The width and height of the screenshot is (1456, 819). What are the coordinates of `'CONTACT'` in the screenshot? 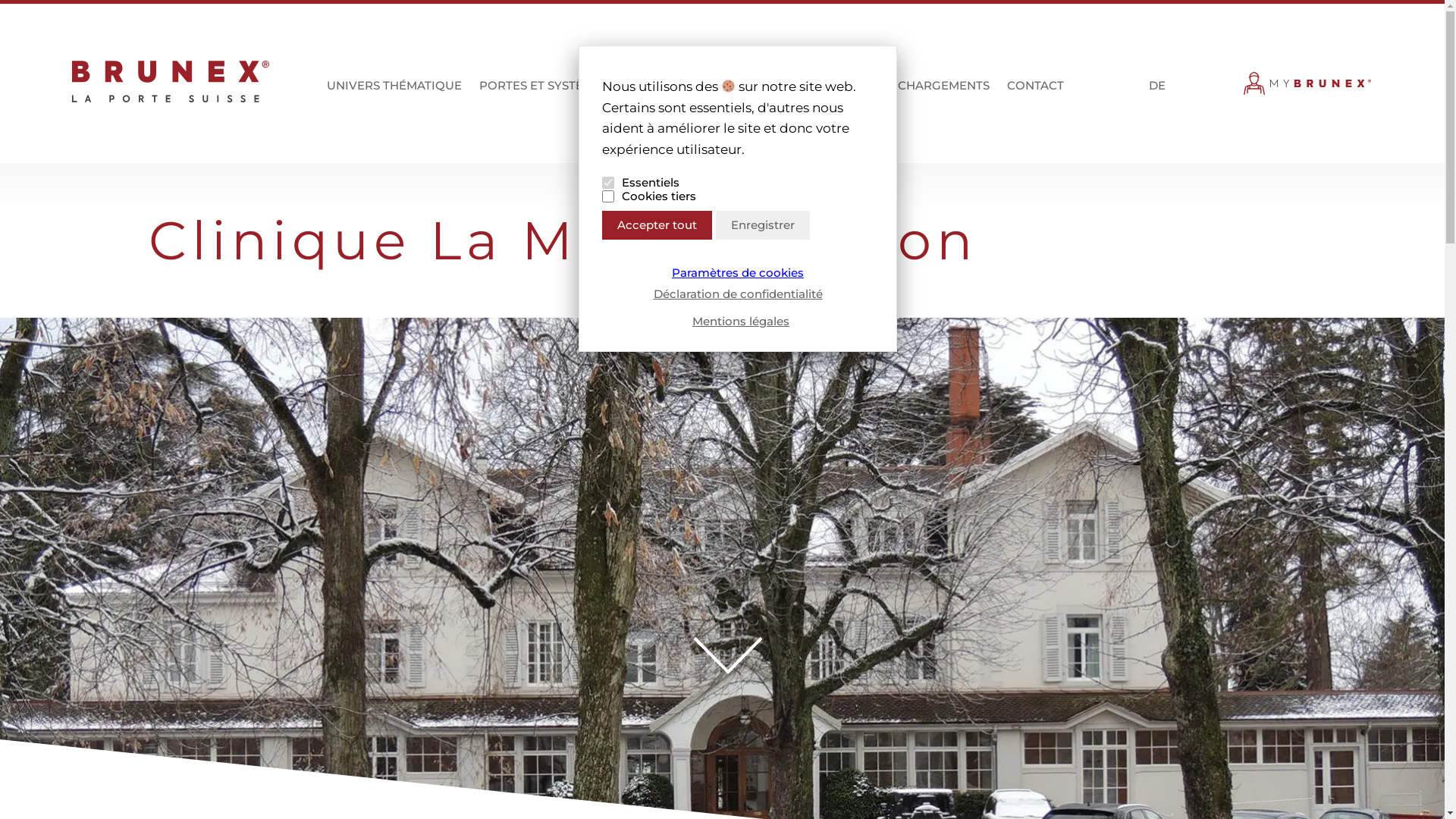 It's located at (1034, 93).